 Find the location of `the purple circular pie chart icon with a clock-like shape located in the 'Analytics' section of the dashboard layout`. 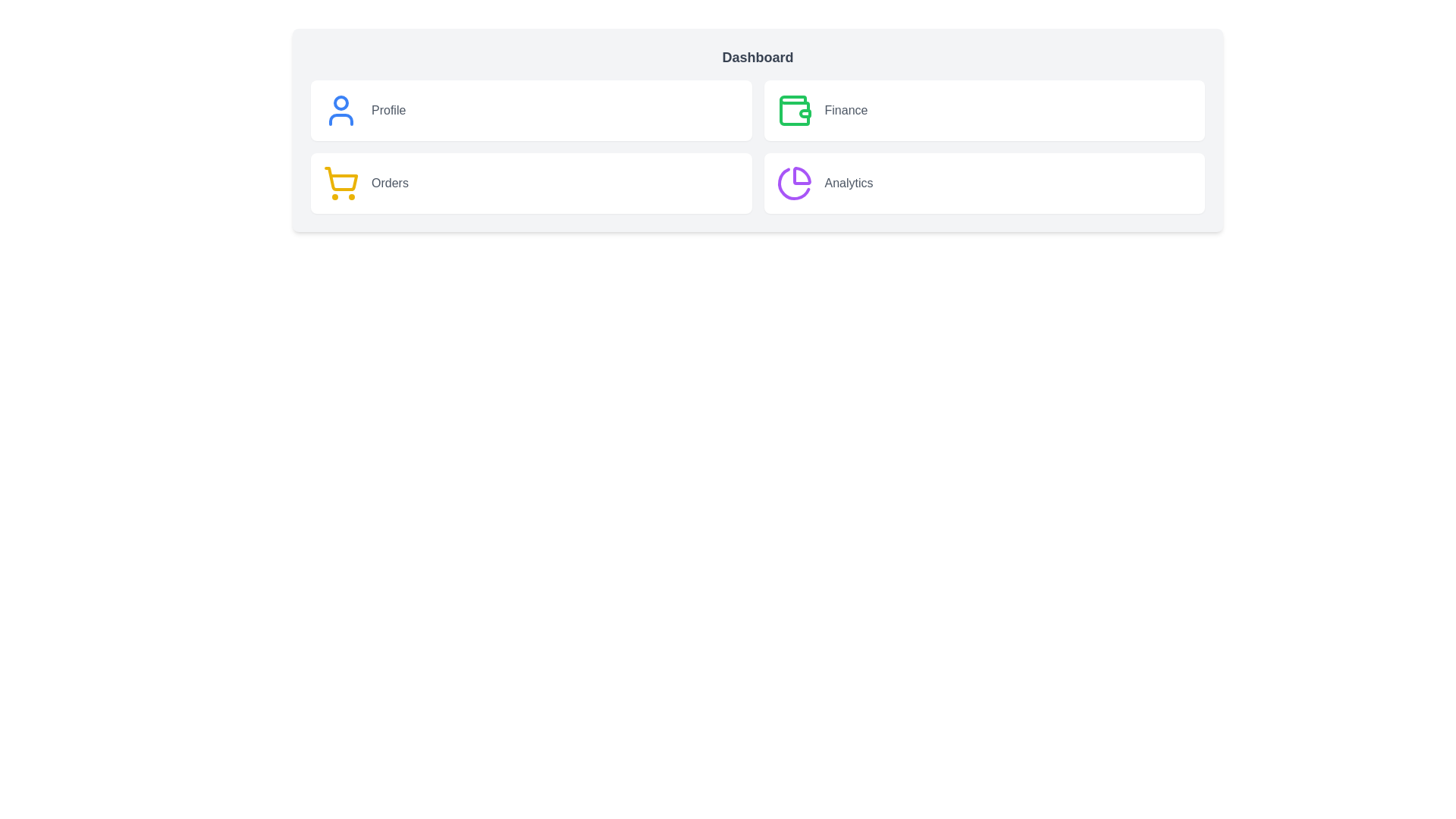

the purple circular pie chart icon with a clock-like shape located in the 'Analytics' section of the dashboard layout is located at coordinates (792, 183).